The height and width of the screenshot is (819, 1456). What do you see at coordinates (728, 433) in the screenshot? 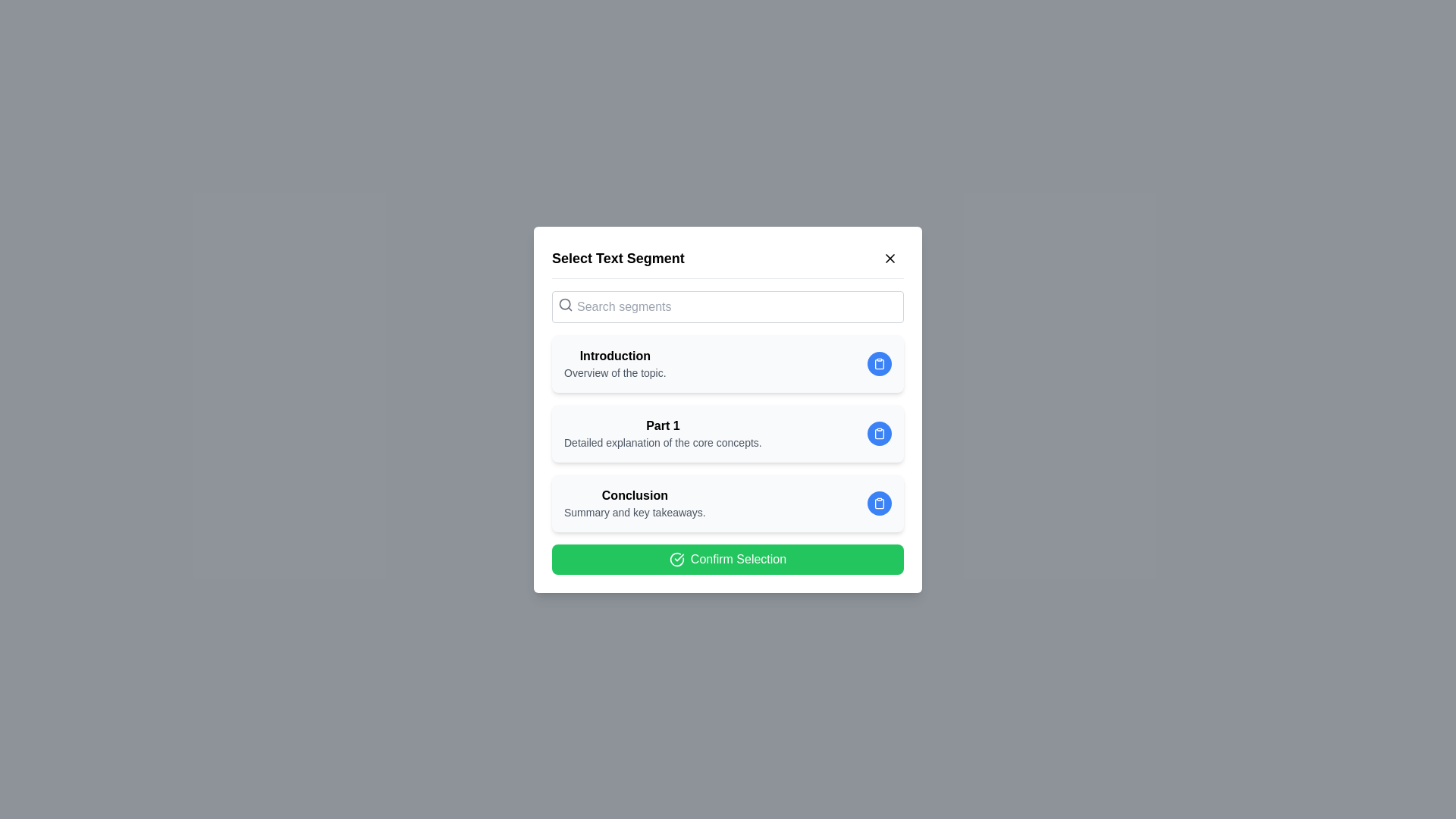
I see `the segment with title Part 1 to view its details` at bounding box center [728, 433].